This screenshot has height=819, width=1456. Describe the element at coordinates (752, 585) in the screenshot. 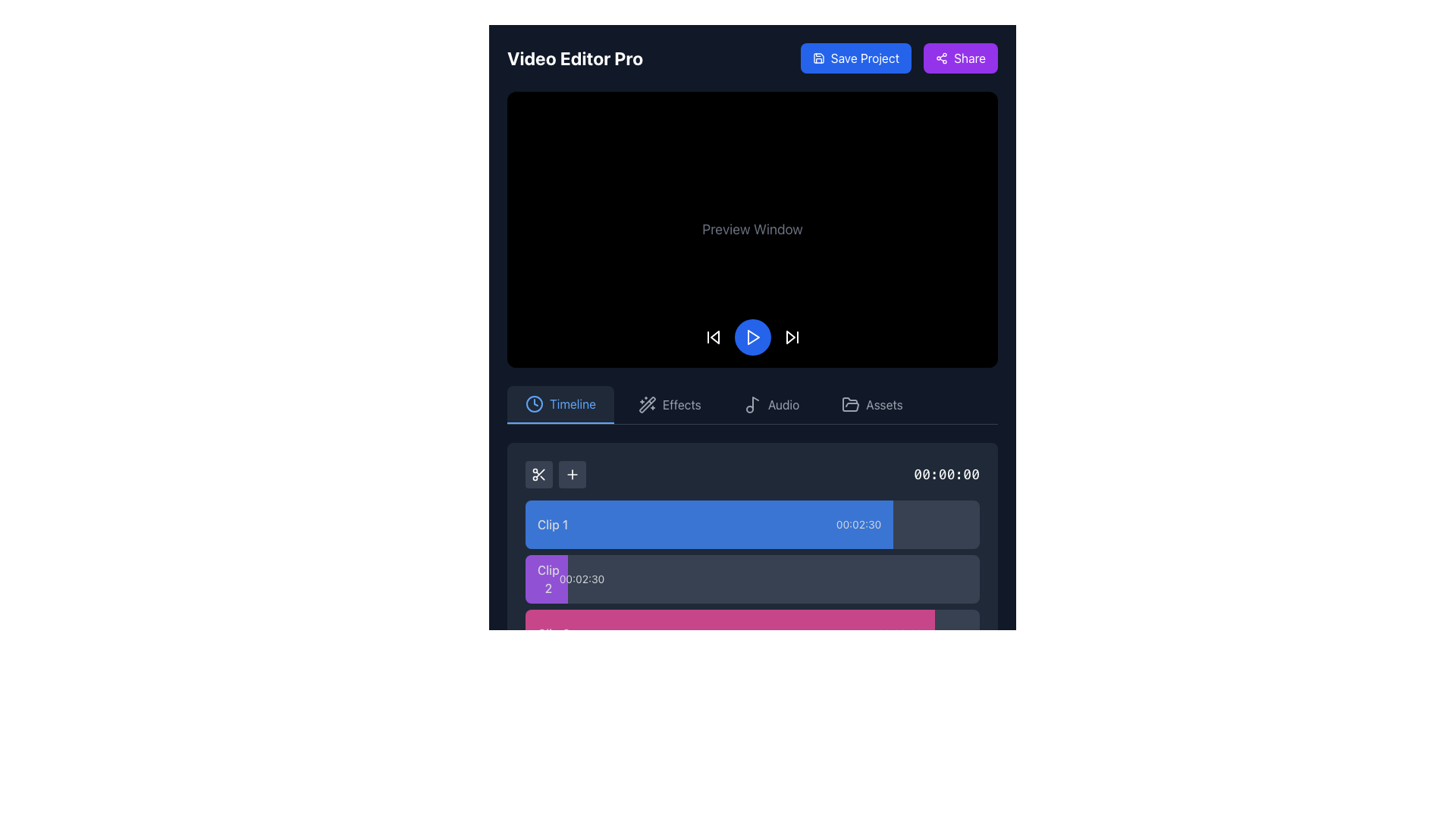

I see `the second timeline clip item labeled 'Clip 2'` at that location.